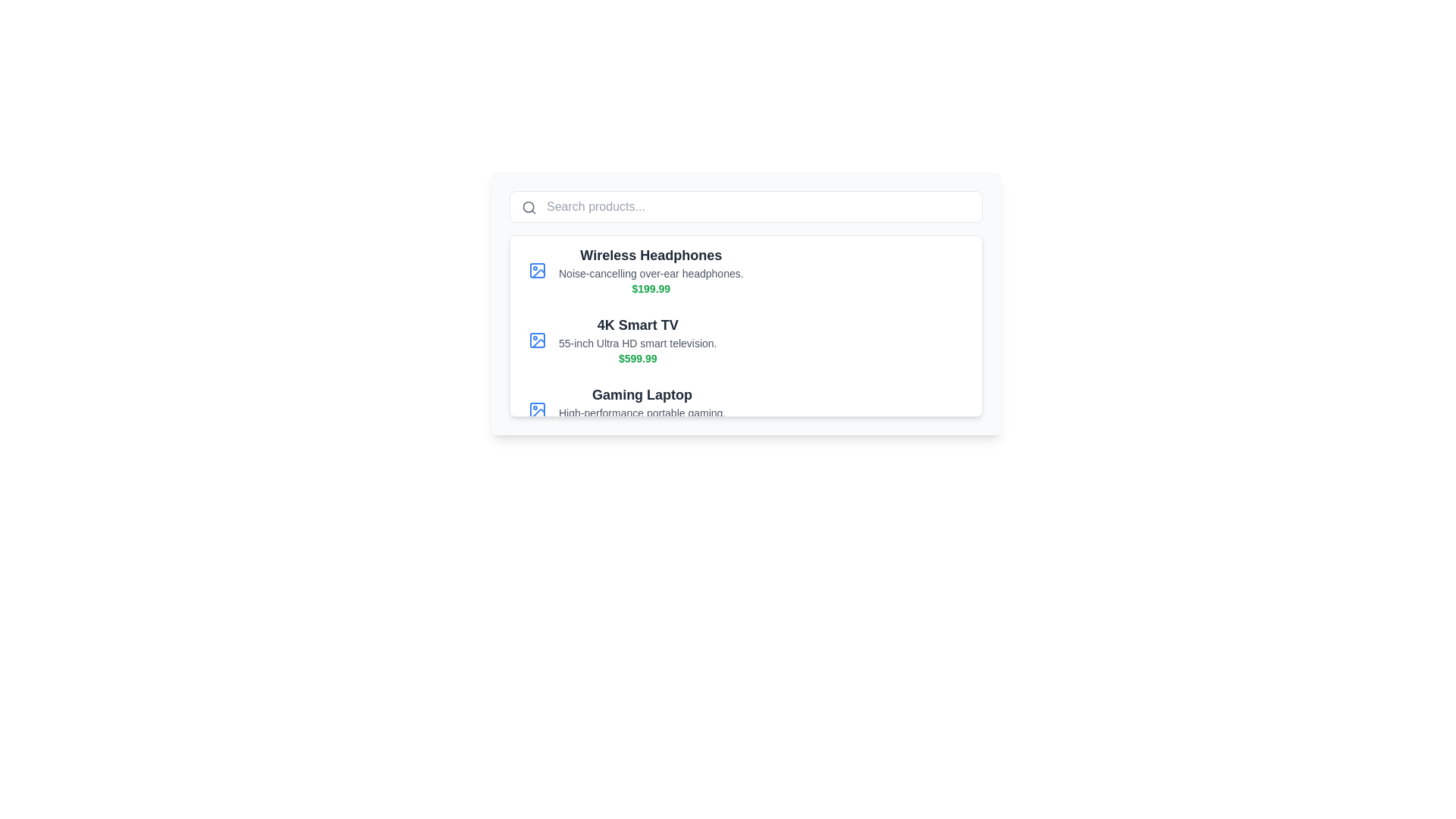  Describe the element at coordinates (638, 359) in the screenshot. I see `price text label displaying '$599.99' in a bold green font, located directly below the product description in the product listing` at that location.